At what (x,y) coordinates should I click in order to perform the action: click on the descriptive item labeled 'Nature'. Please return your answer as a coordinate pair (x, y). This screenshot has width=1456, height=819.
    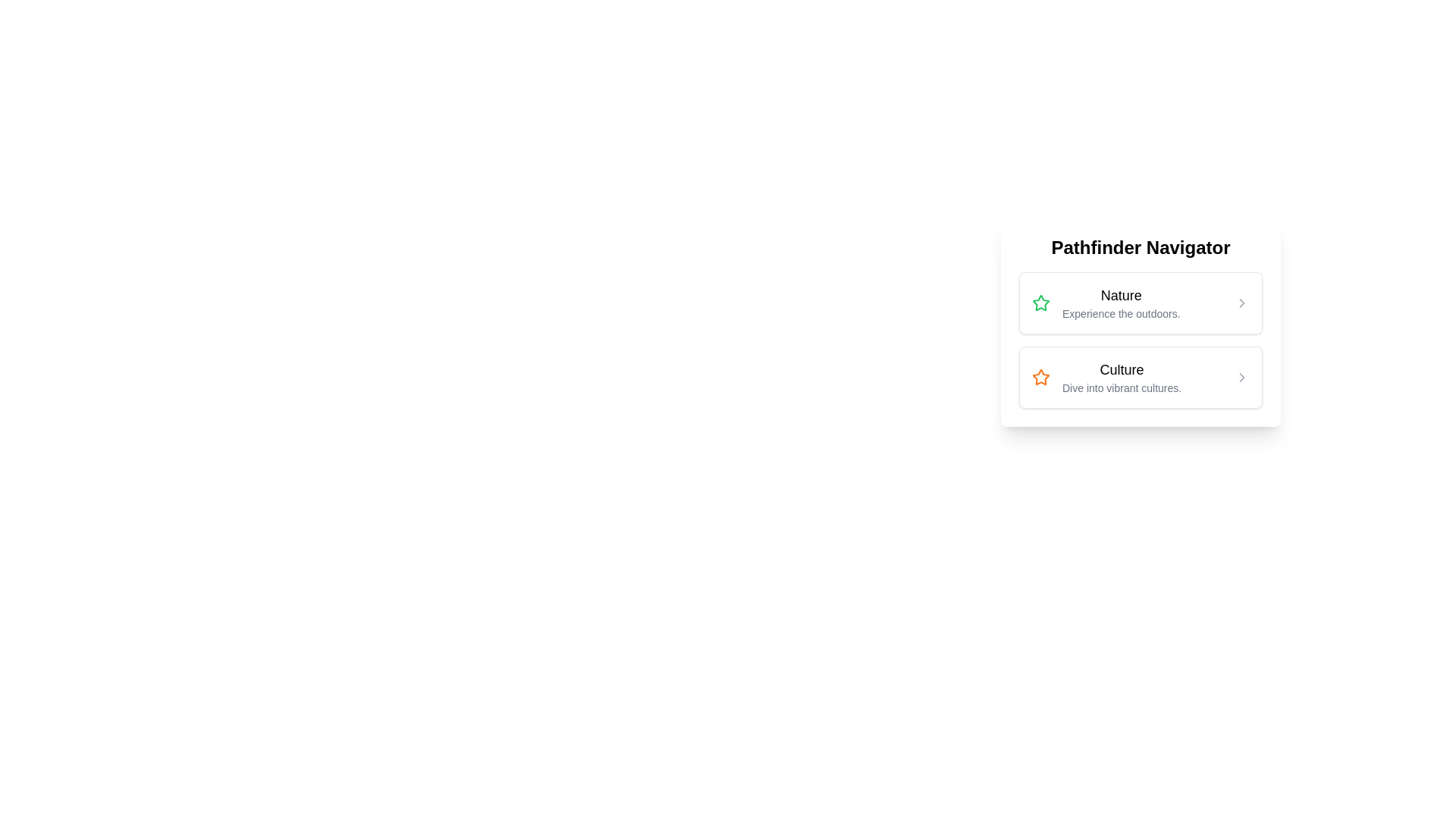
    Looking at the image, I should click on (1106, 303).